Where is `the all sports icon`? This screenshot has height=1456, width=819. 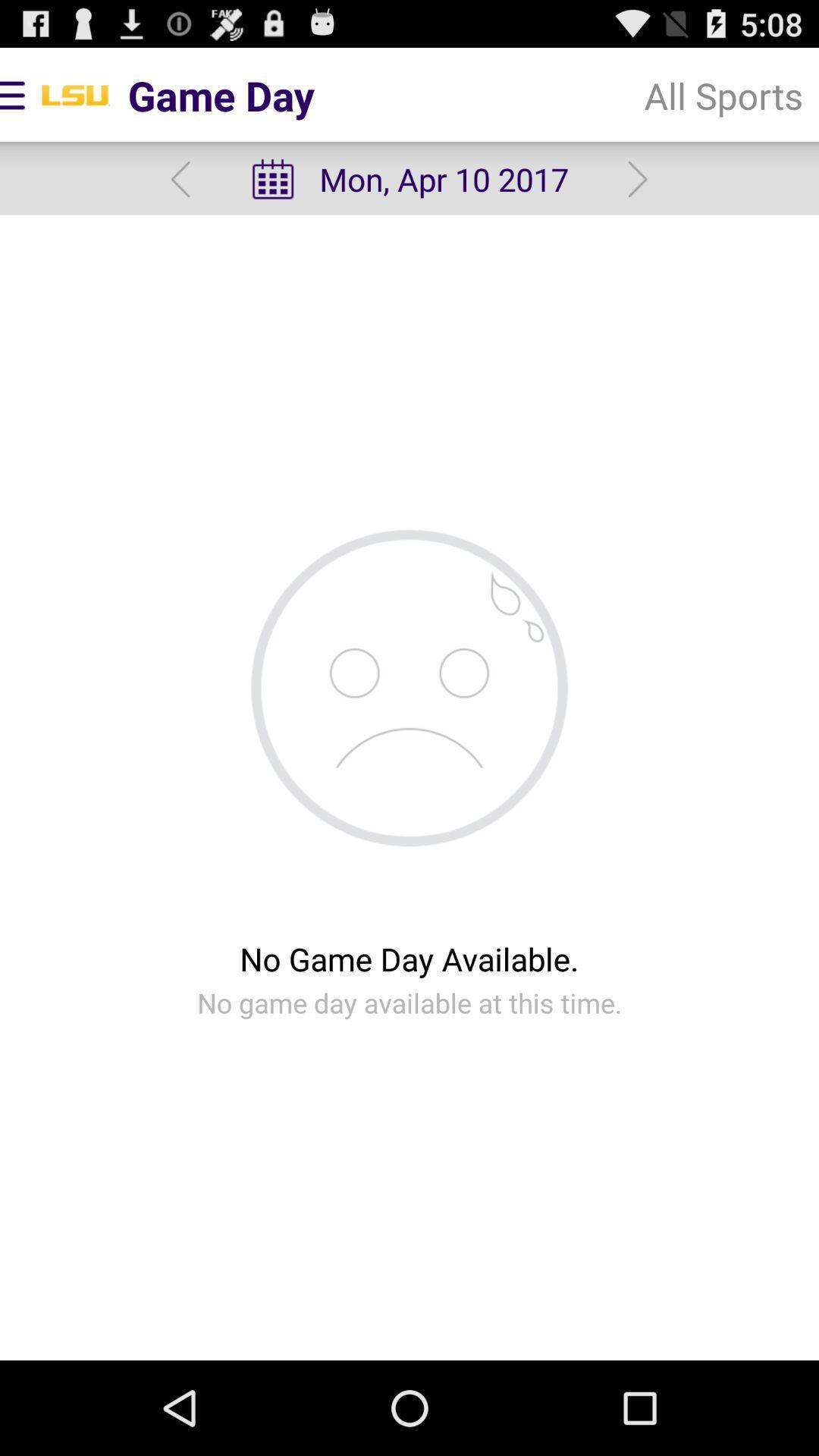
the all sports icon is located at coordinates (723, 94).